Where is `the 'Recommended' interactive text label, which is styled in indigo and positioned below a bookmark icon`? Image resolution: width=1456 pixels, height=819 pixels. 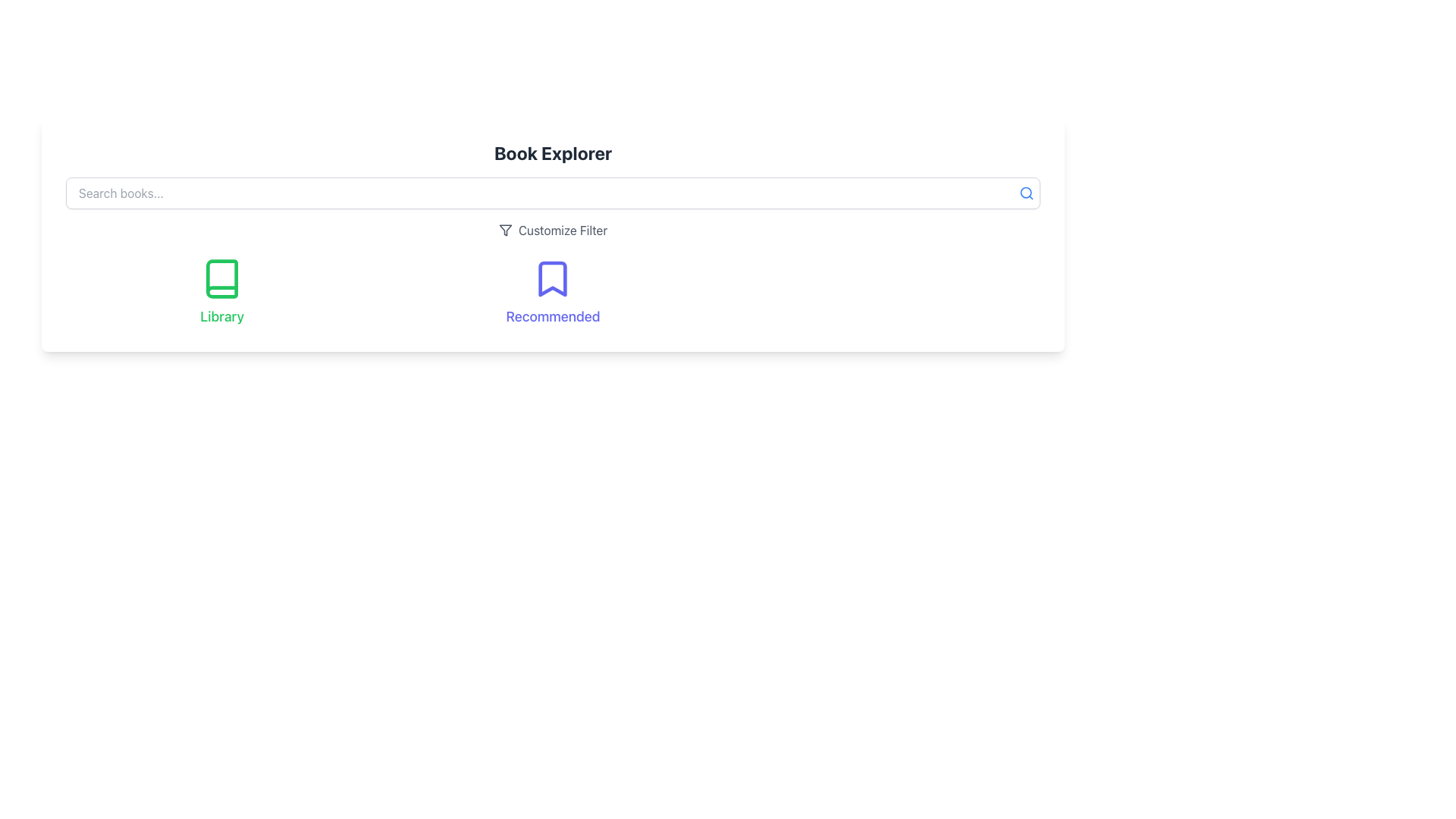 the 'Recommended' interactive text label, which is styled in indigo and positioned below a bookmark icon is located at coordinates (552, 315).